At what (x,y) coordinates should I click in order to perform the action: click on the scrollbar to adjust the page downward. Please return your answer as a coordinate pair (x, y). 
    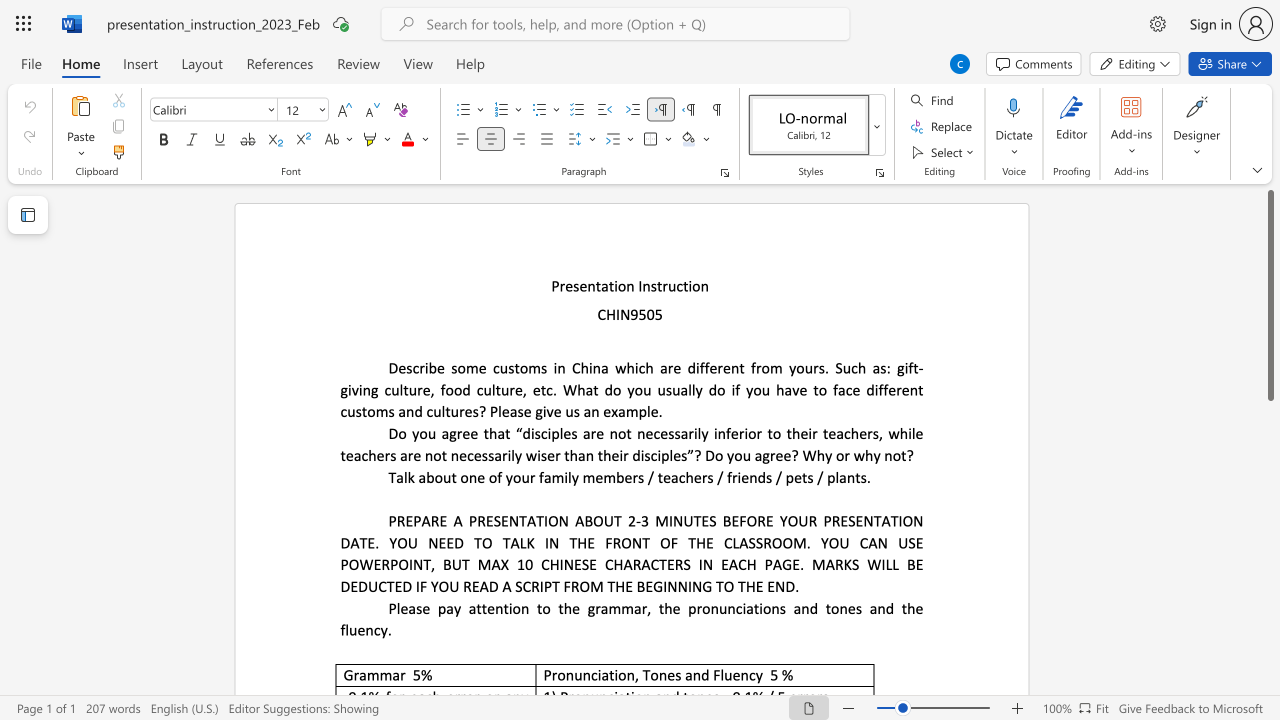
    Looking at the image, I should click on (1269, 480).